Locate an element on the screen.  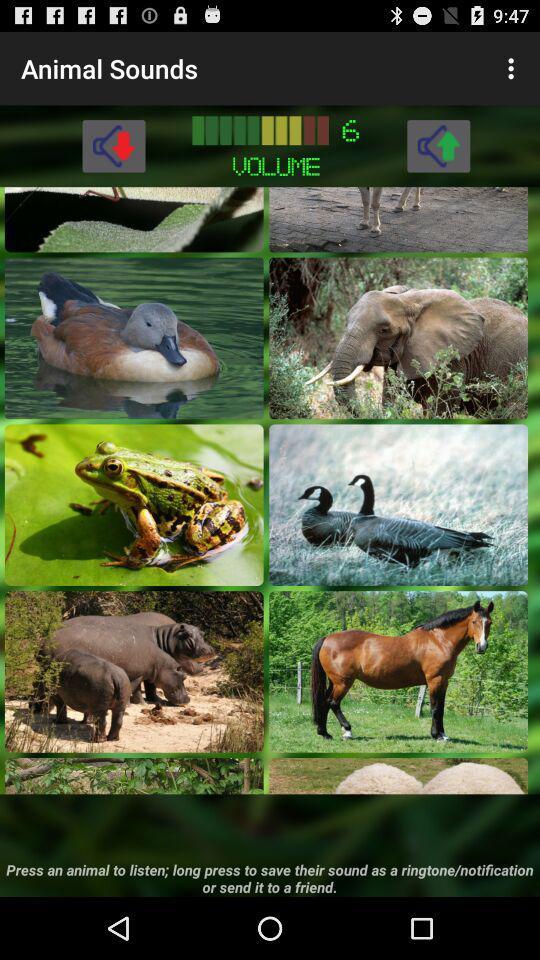
clickable sound file is located at coordinates (134, 503).